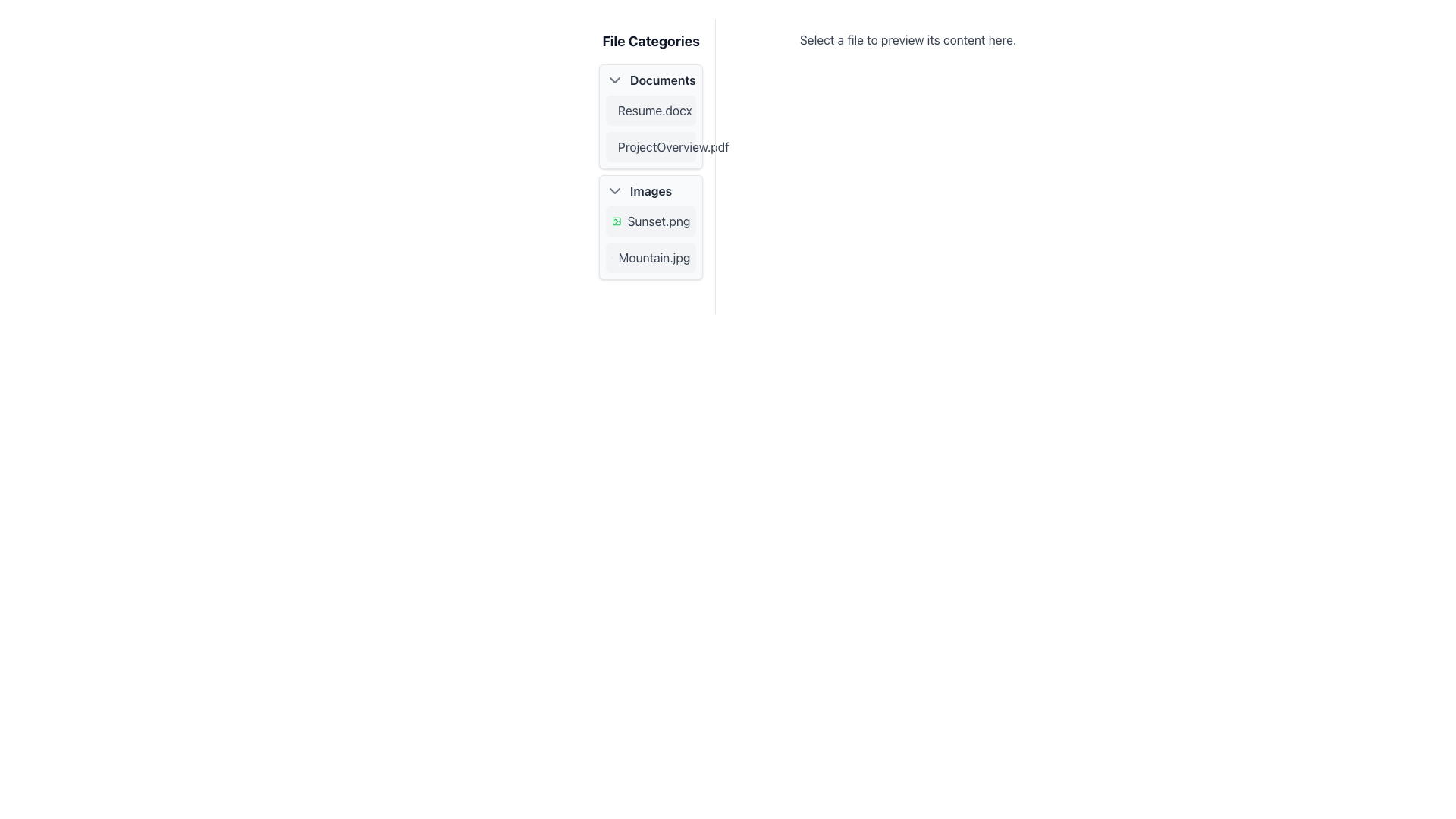 This screenshot has height=819, width=1456. I want to click on the first selectable data entry in the 'Images' subsection under 'File Categories', which contains the text 'Sunset.png' and a small green image icon, so click(651, 227).